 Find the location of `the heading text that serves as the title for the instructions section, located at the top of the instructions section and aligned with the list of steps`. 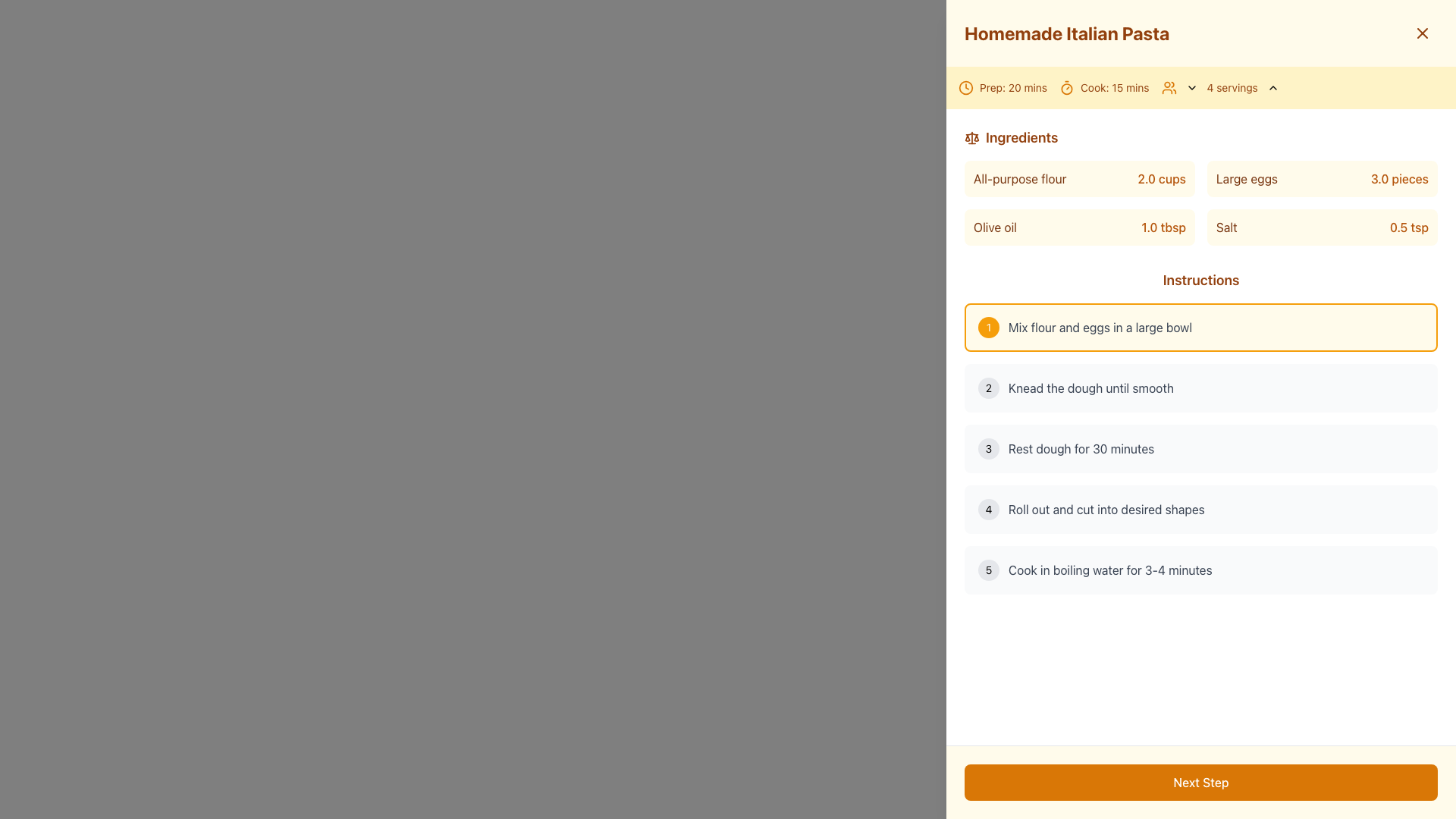

the heading text that serves as the title for the instructions section, located at the top of the instructions section and aligned with the list of steps is located at coordinates (1200, 281).